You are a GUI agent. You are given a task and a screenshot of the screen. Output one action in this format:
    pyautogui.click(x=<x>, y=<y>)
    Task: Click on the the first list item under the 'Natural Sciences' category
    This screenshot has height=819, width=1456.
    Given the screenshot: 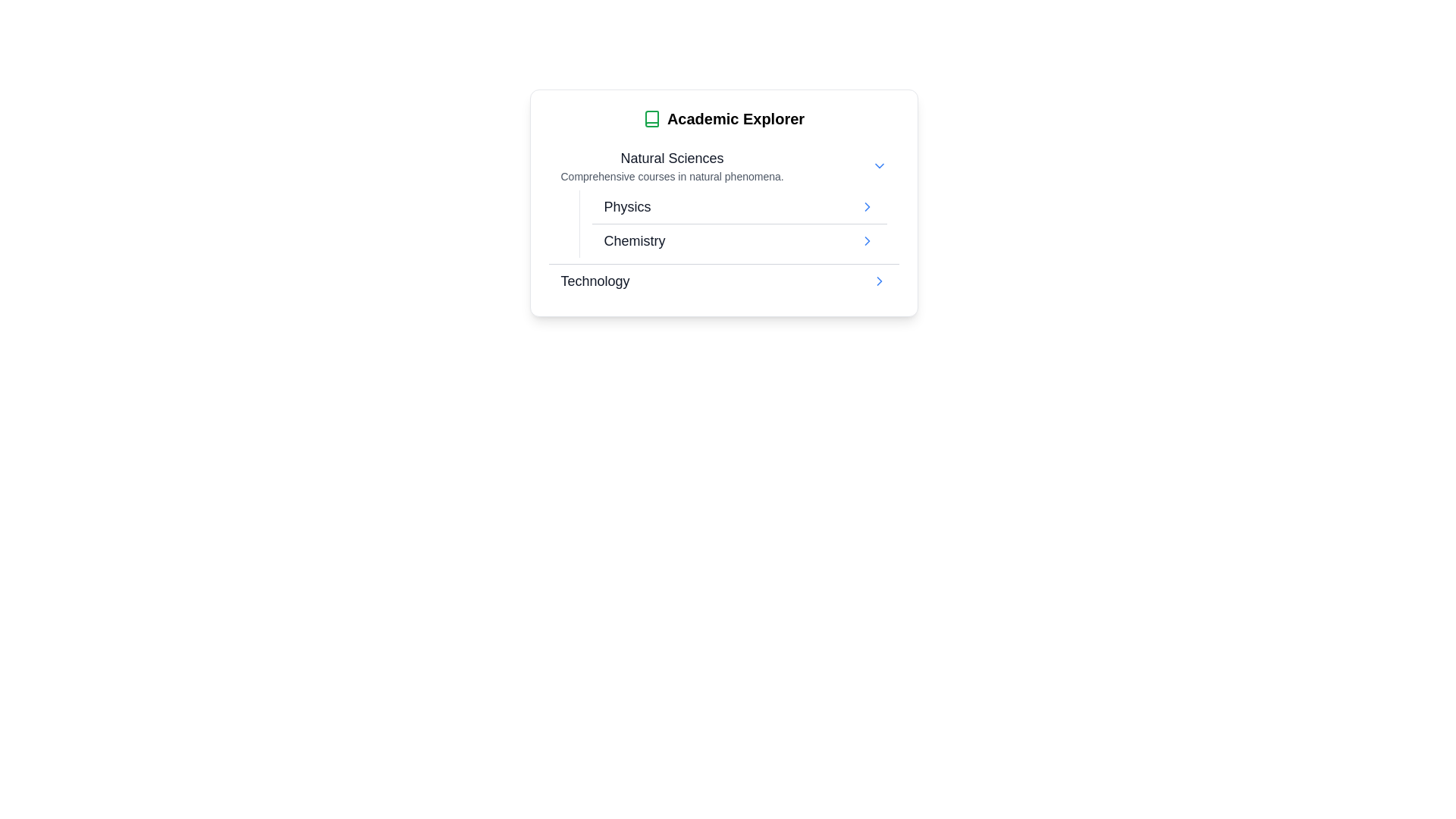 What is the action you would take?
    pyautogui.click(x=739, y=207)
    